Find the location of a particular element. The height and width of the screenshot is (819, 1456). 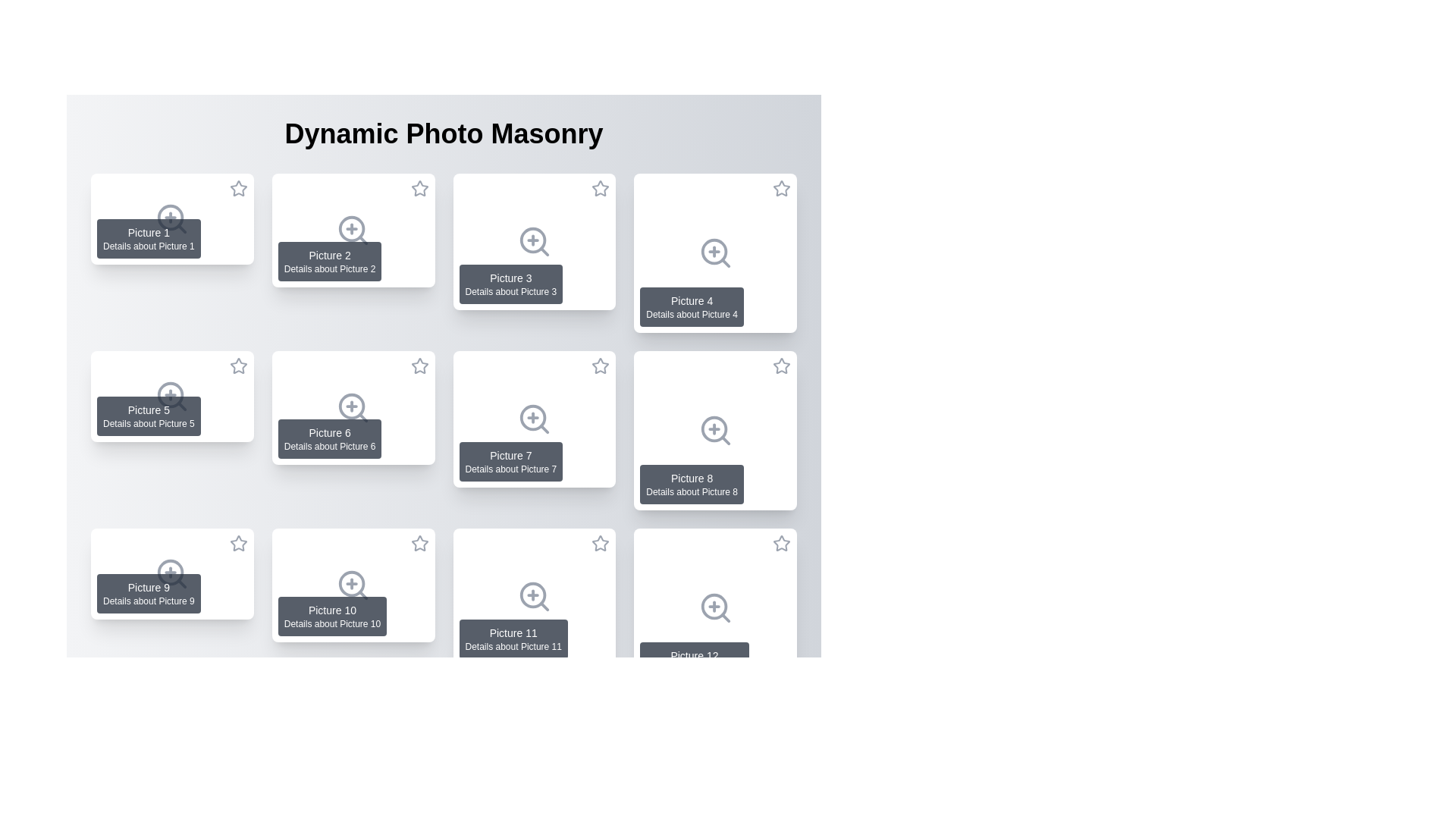

the star icon outlined in gray located at the top-right corner of the card displaying 'Picture 11' to favorite this card is located at coordinates (600, 546).